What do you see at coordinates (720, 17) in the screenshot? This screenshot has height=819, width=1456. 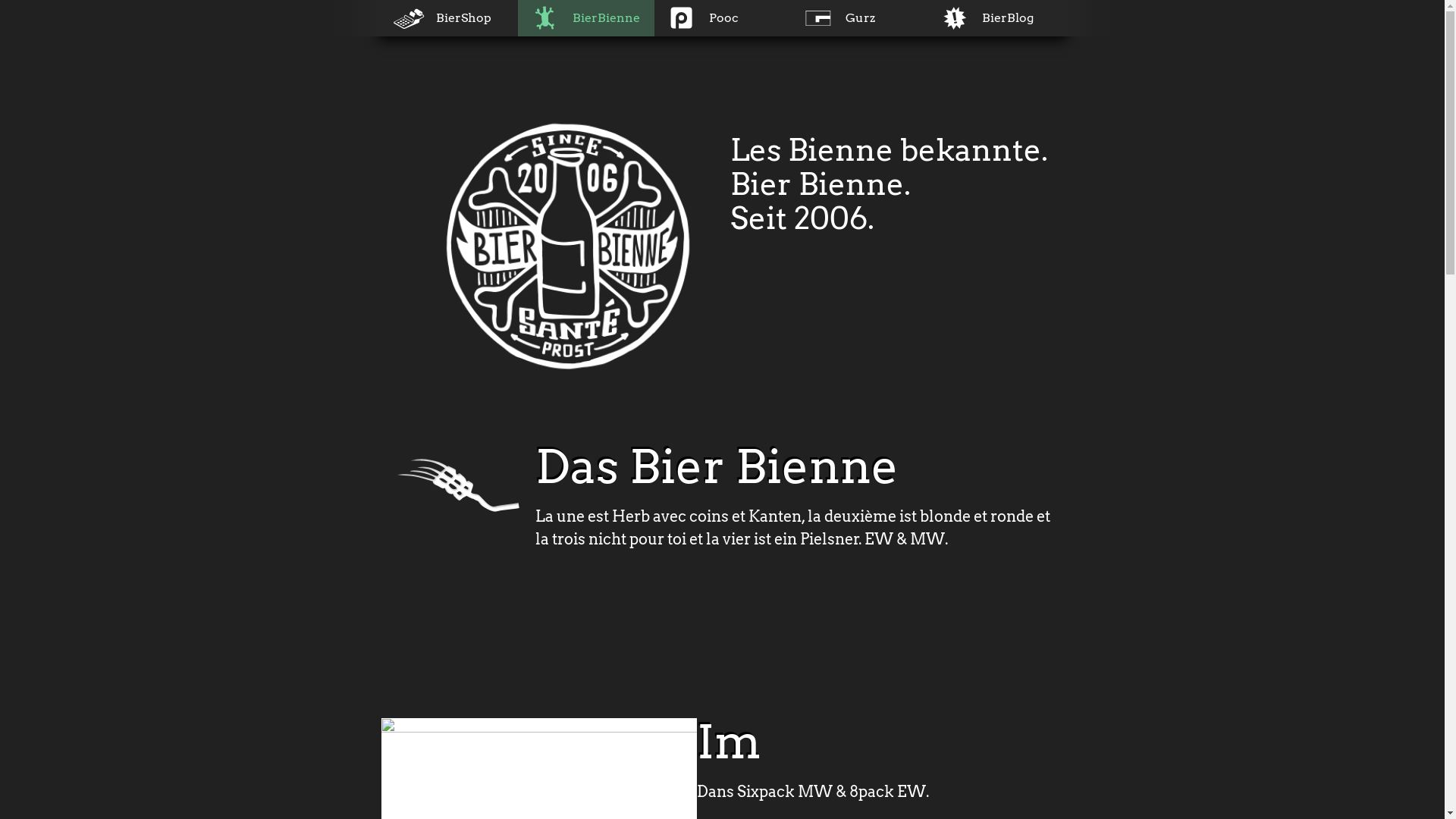 I see `'Pooc'` at bounding box center [720, 17].